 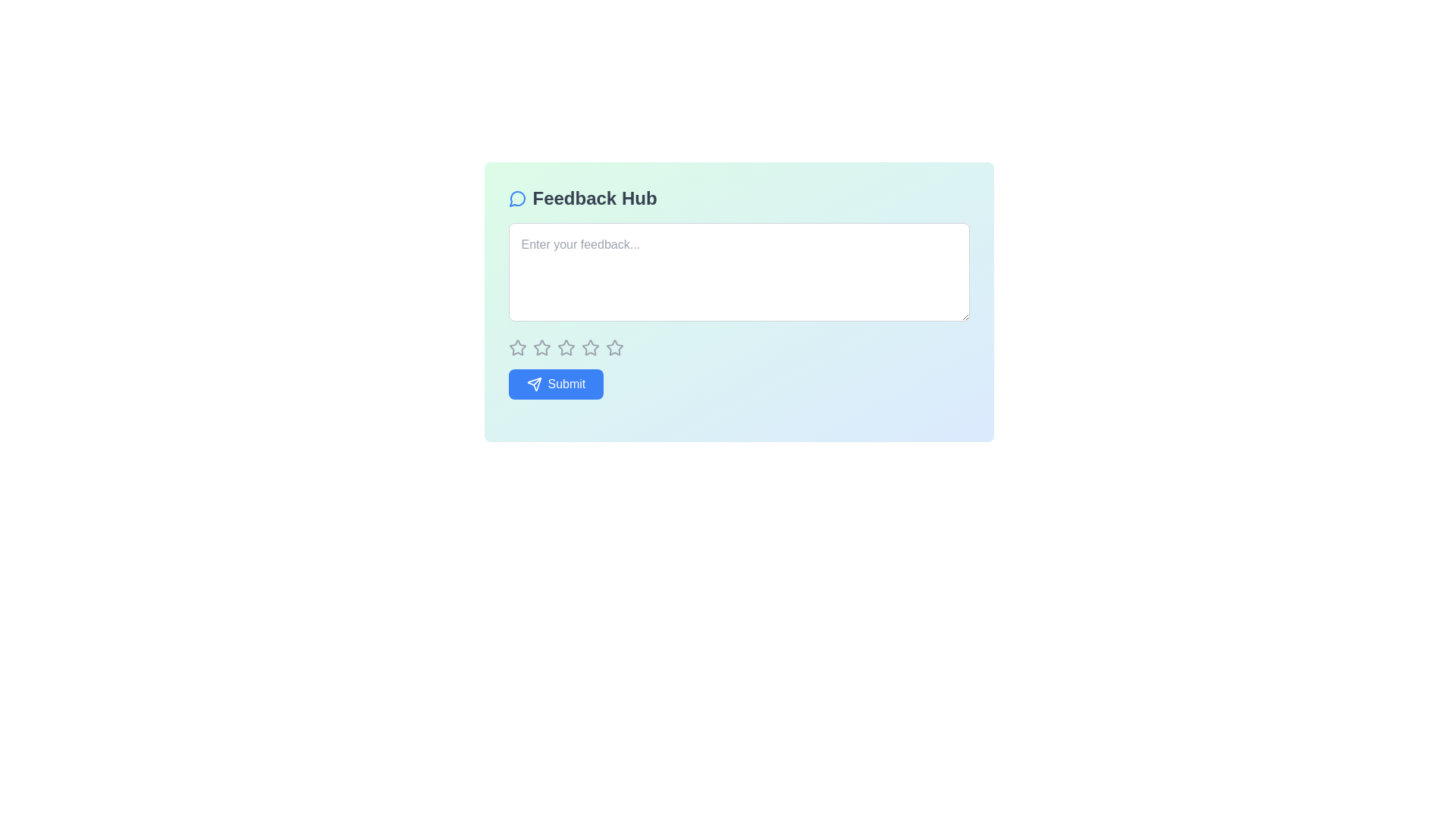 I want to click on the second star icon in the star rating system located centrally beneath the feedback text box, so click(x=541, y=347).